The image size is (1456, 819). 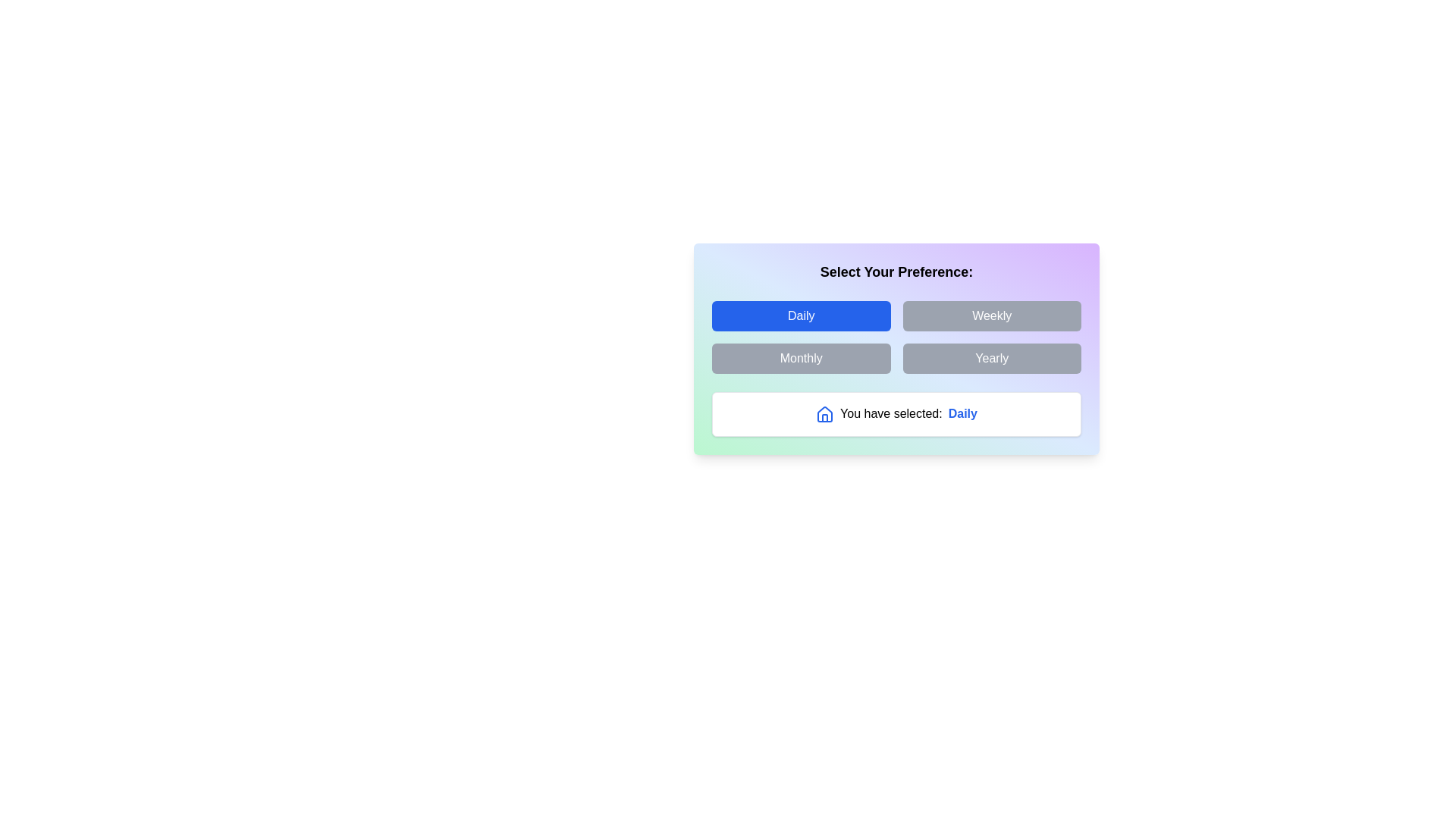 I want to click on the 'Daily' button in the grid of interactive buttons labeled 'Daily', 'Weekly', 'Monthly', and 'Yearly', which is styled with rounded corners and is located below the heading 'Select Your Preference:', so click(x=896, y=336).